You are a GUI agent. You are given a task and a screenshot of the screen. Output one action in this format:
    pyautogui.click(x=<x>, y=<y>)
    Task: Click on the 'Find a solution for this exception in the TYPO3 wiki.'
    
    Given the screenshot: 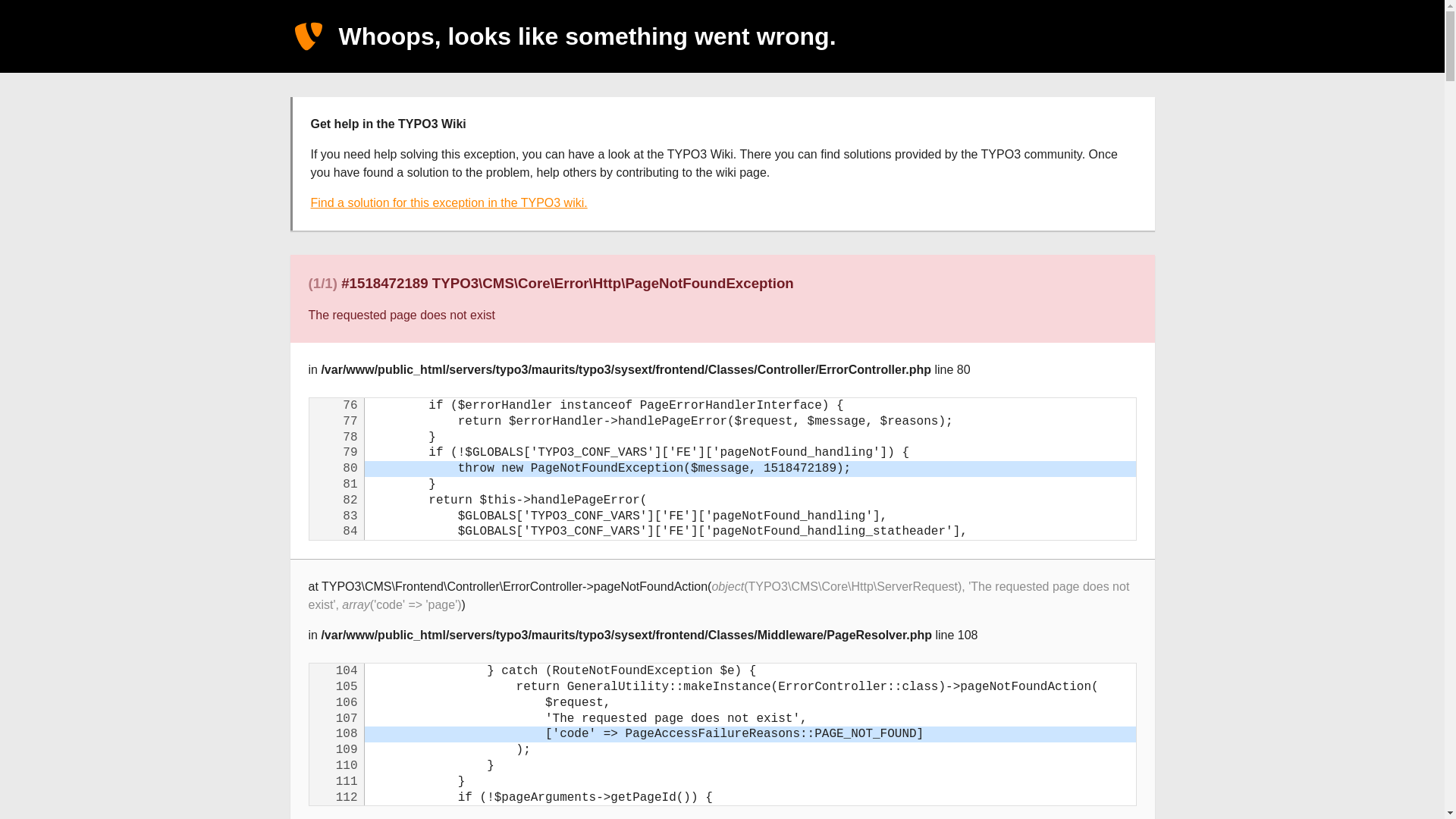 What is the action you would take?
    pyautogui.click(x=448, y=202)
    